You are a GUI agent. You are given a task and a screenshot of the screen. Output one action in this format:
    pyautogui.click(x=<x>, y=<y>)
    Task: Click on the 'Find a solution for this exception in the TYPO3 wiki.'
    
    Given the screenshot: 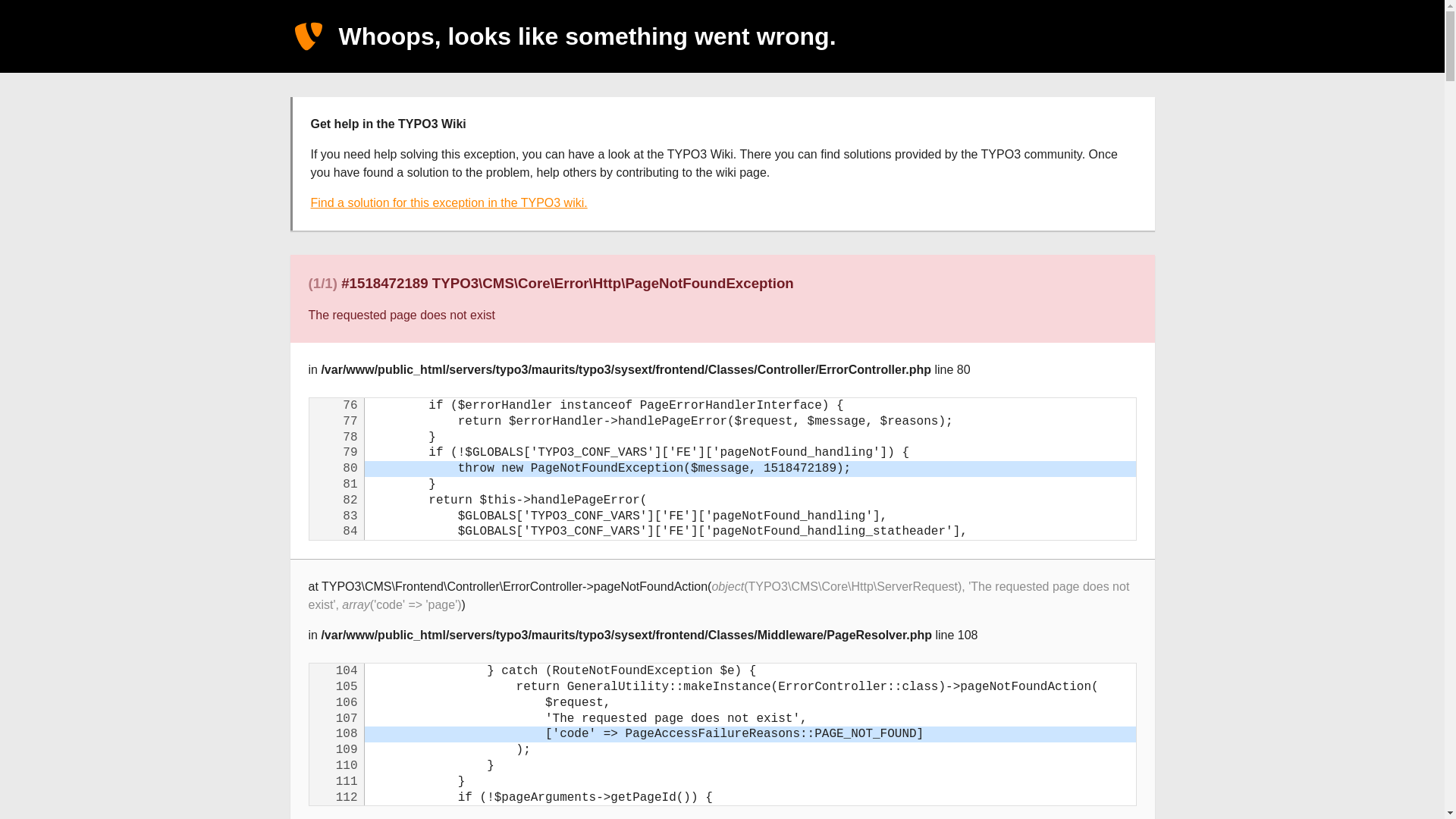 What is the action you would take?
    pyautogui.click(x=448, y=202)
    